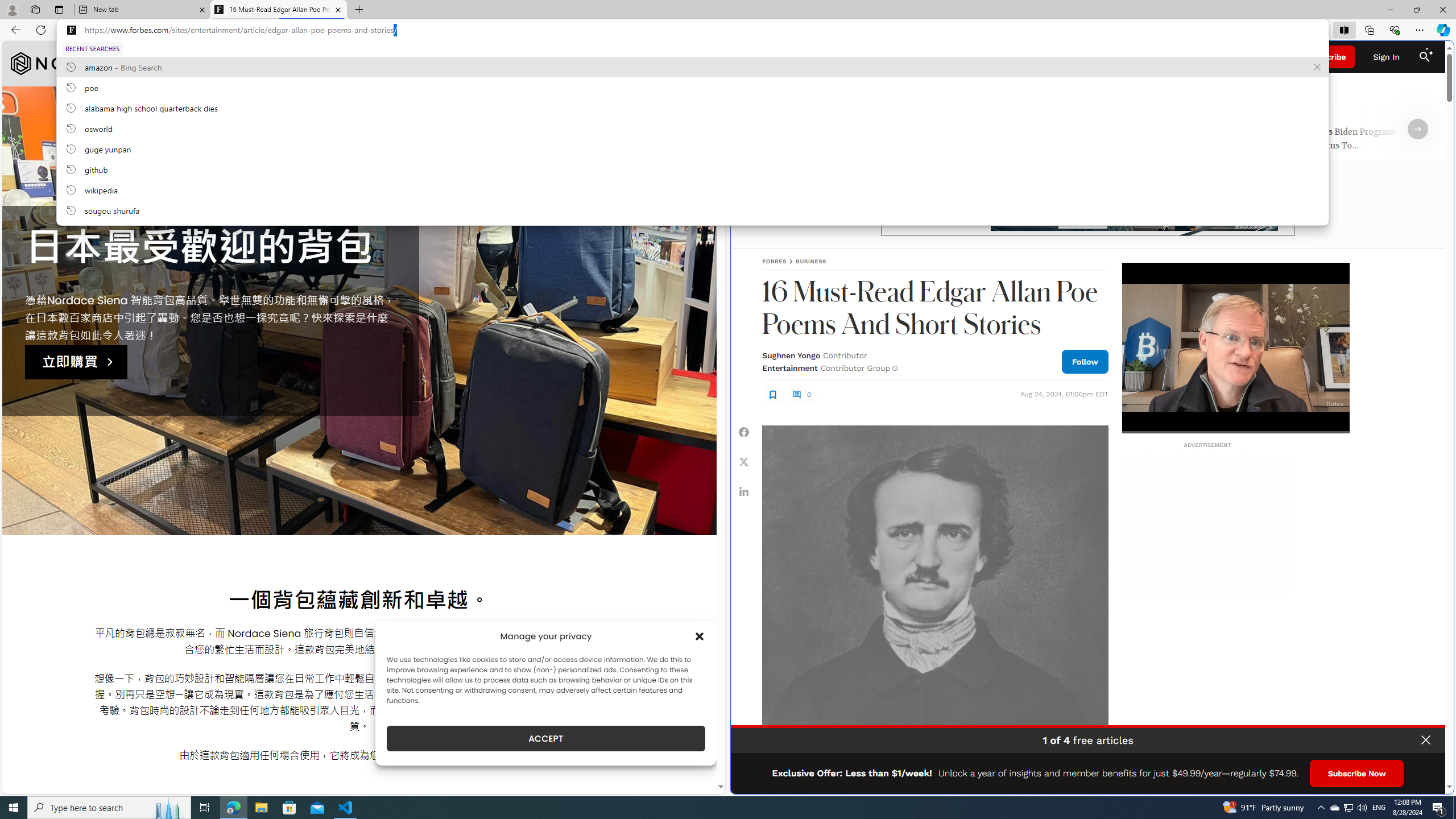 The width and height of the screenshot is (1456, 819). What do you see at coordinates (744, 461) in the screenshot?
I see `'Share Twitter'` at bounding box center [744, 461].